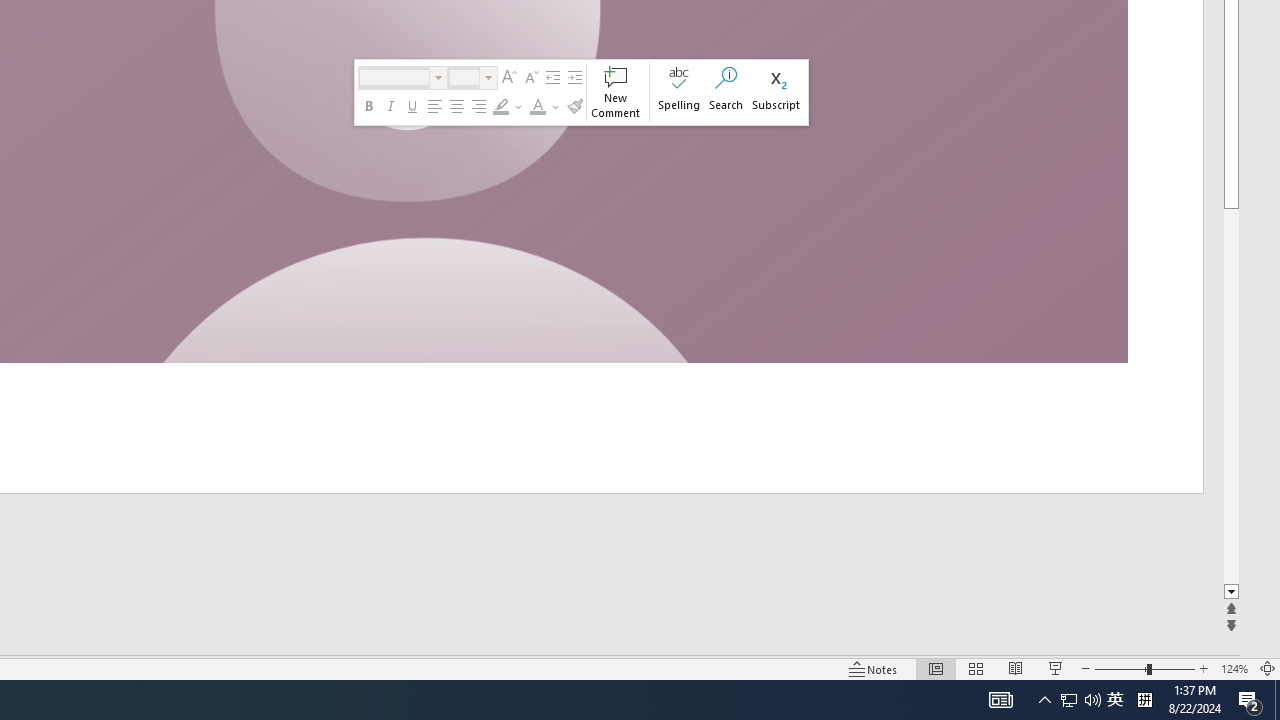  Describe the element at coordinates (552, 77) in the screenshot. I see `'Decrease Indent'` at that location.